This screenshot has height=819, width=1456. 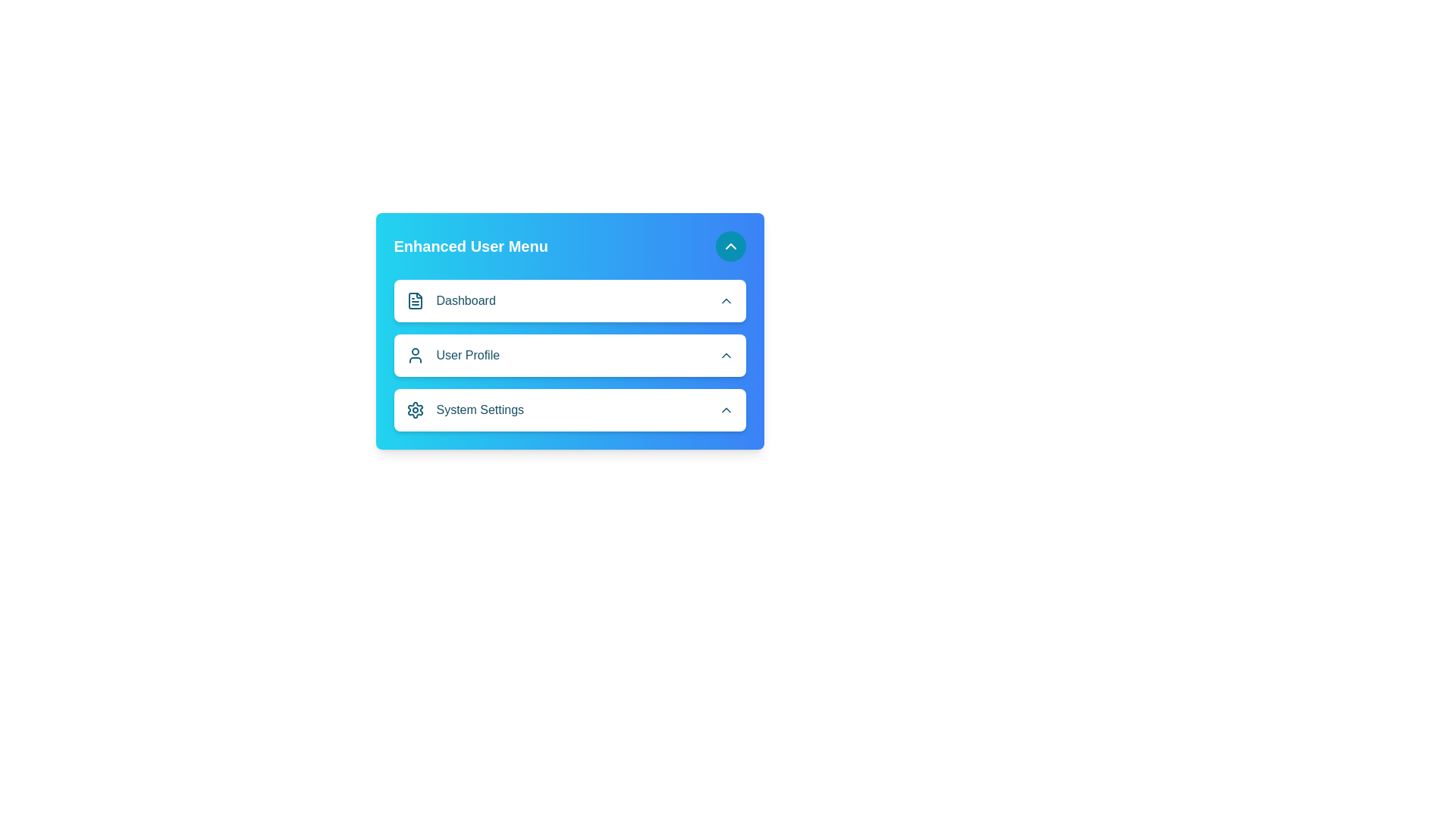 What do you see at coordinates (569, 356) in the screenshot?
I see `the 'User Profile' menu item, which is the second item in the 'Enhanced User Menu' card` at bounding box center [569, 356].